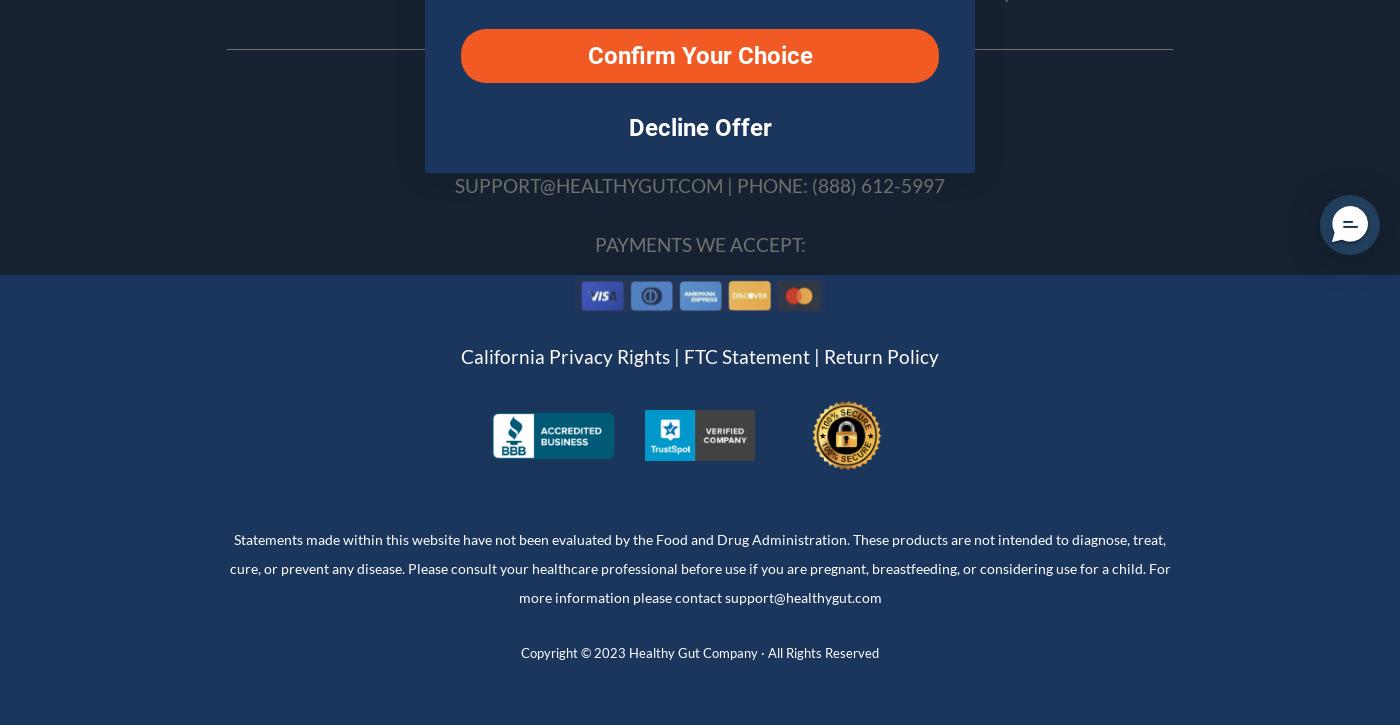 The image size is (1400, 725). What do you see at coordinates (747, 356) in the screenshot?
I see `'FTC Statement'` at bounding box center [747, 356].